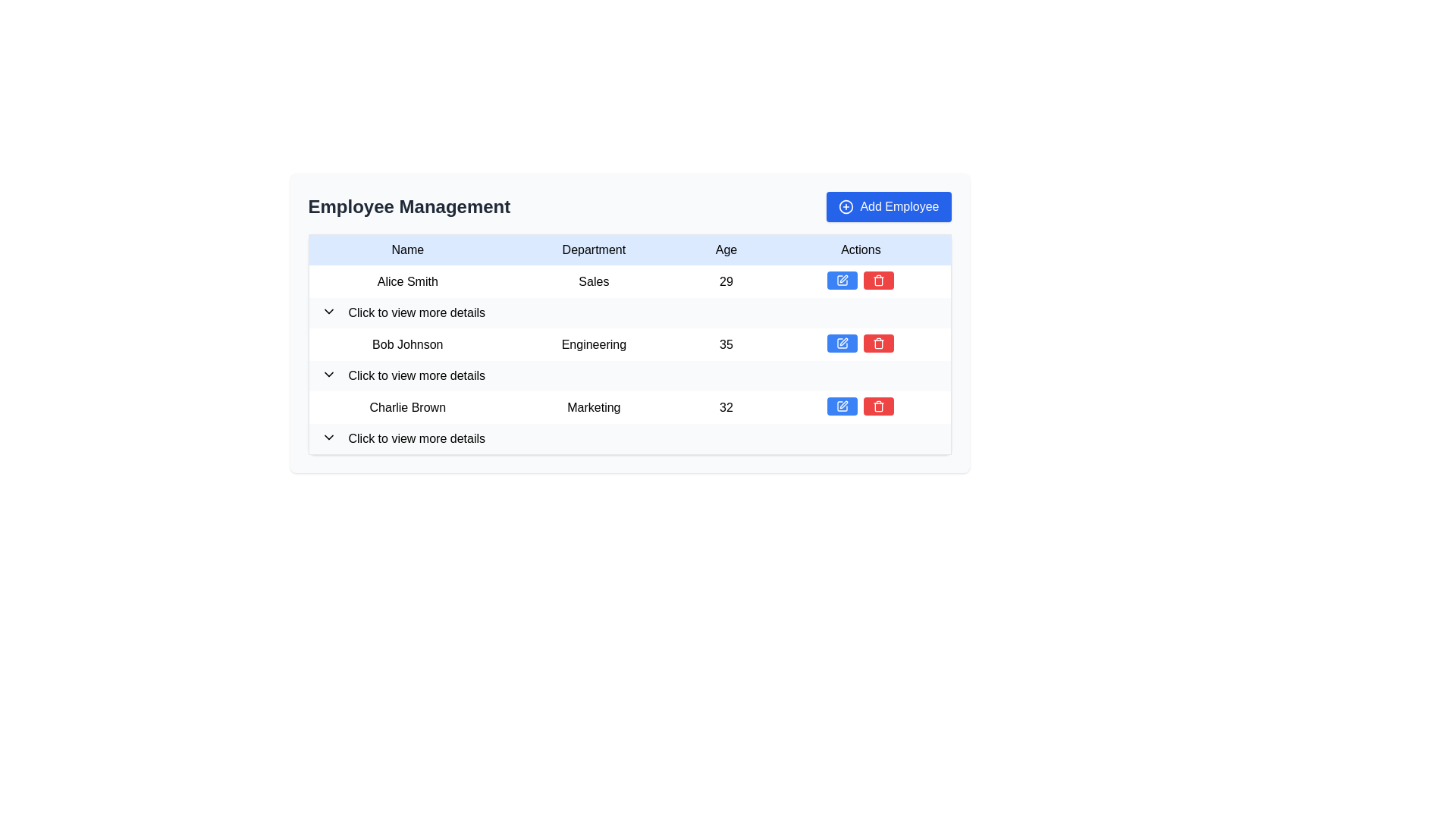 The width and height of the screenshot is (1456, 819). I want to click on the trash can icon in the Actions column of Bob Johnson's row, so click(879, 344).